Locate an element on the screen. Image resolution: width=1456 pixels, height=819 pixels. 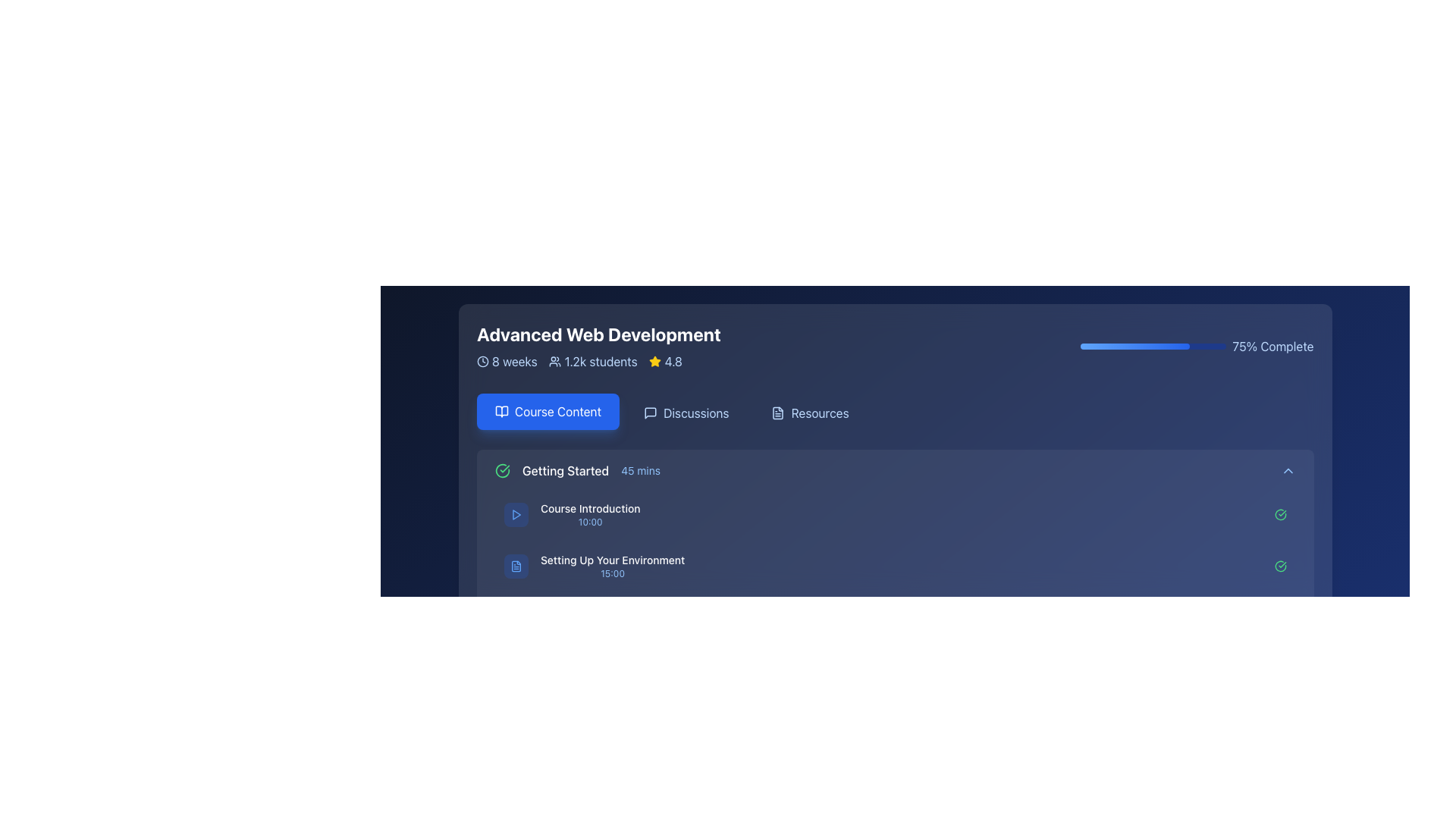
the course module summary element located below the course header 'Advanced Web Development' is located at coordinates (576, 470).